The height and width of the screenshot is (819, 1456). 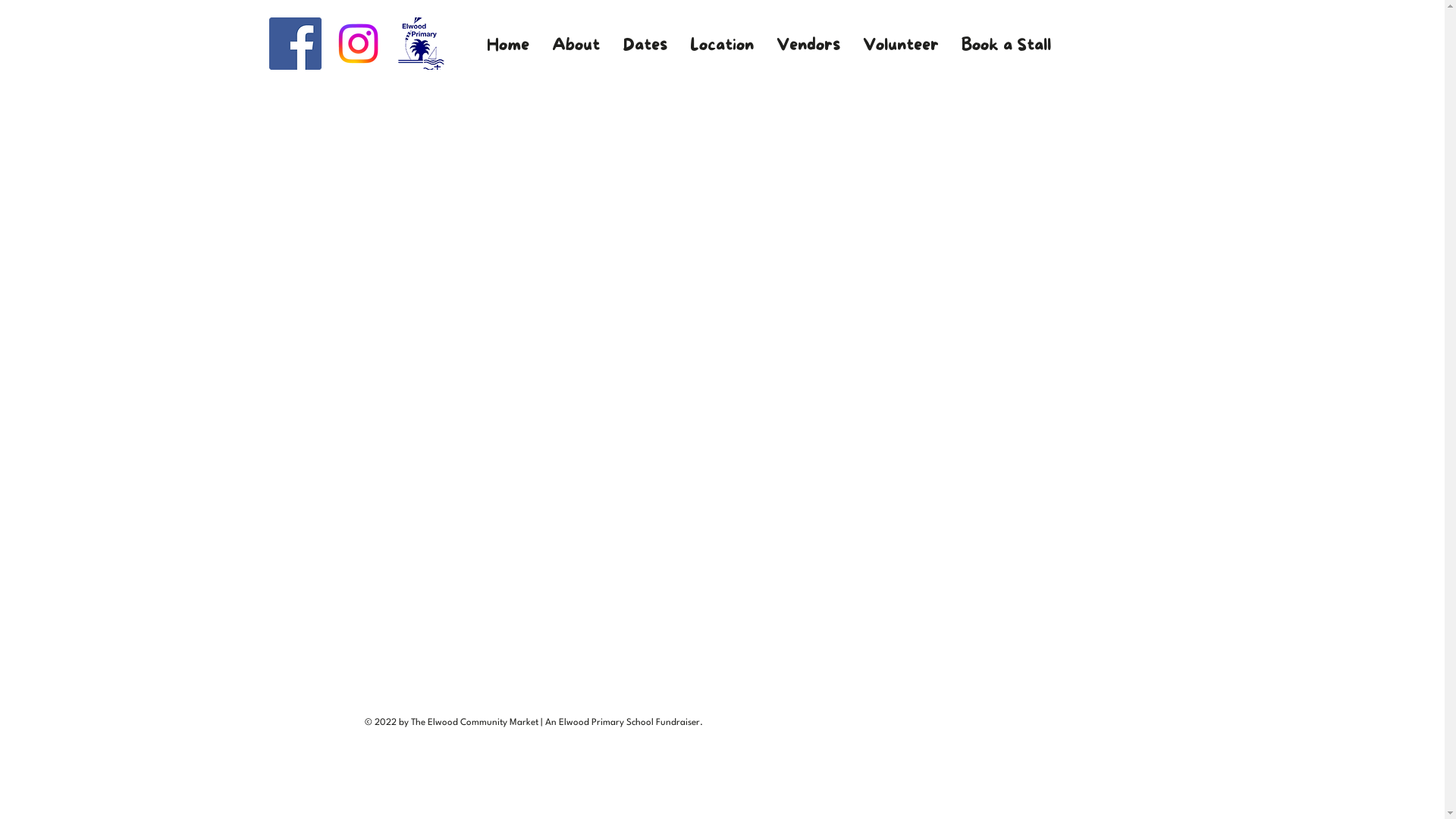 What do you see at coordinates (899, 45) in the screenshot?
I see `'Volunteer'` at bounding box center [899, 45].